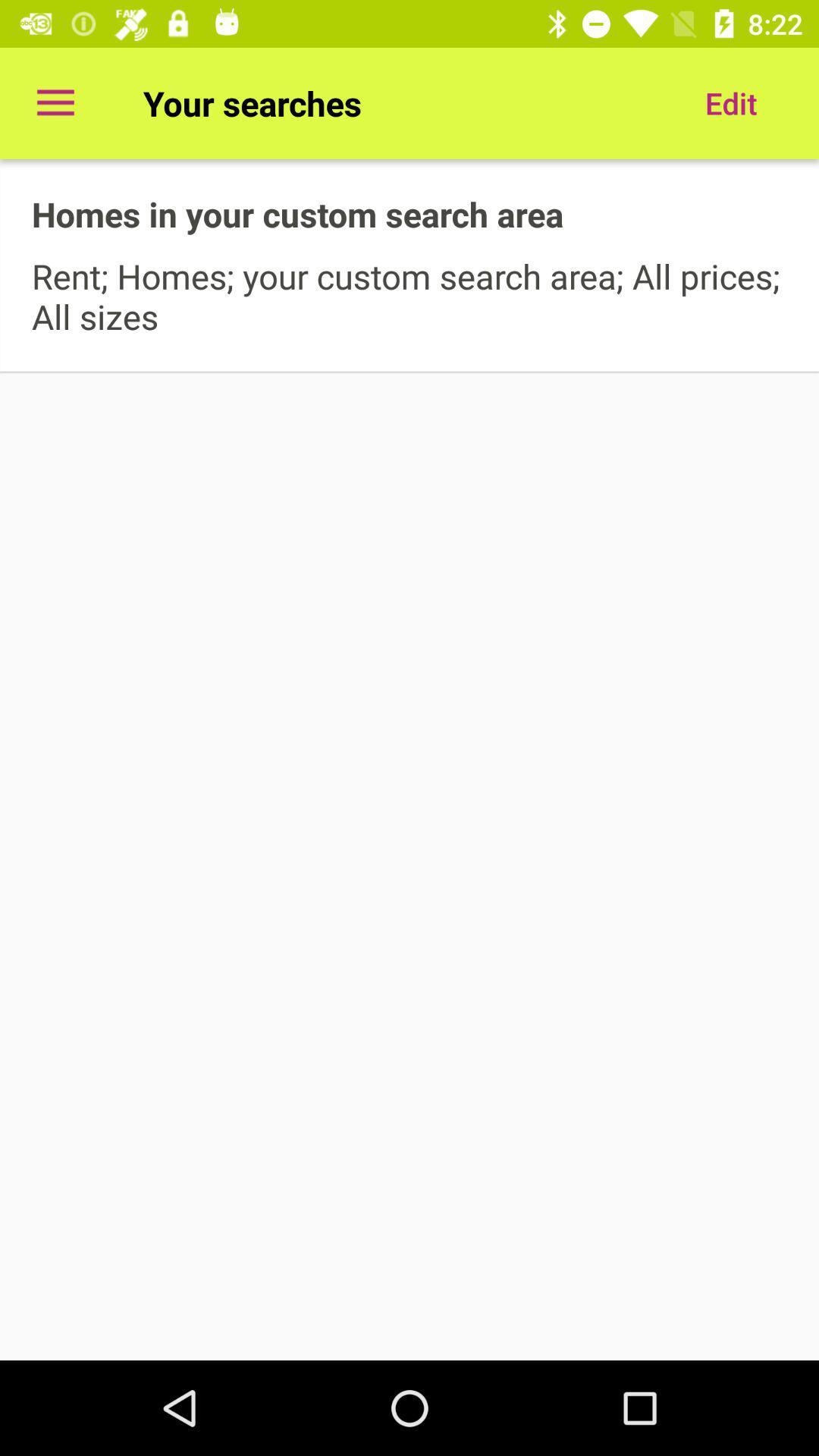 Image resolution: width=819 pixels, height=1456 pixels. I want to click on edit icon, so click(730, 102).